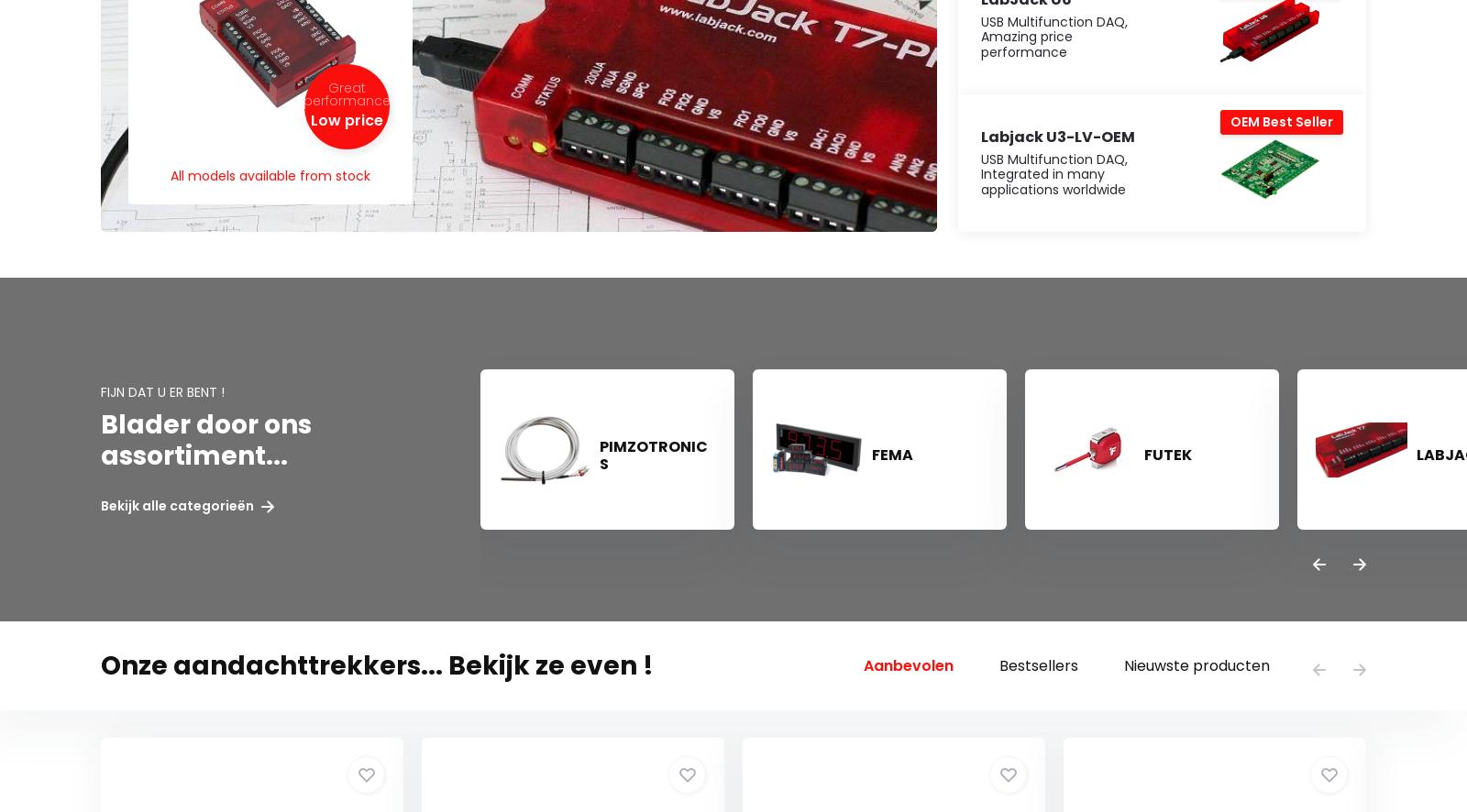  Describe the element at coordinates (181, 358) in the screenshot. I see `'Contact / Klantenservice'` at that location.